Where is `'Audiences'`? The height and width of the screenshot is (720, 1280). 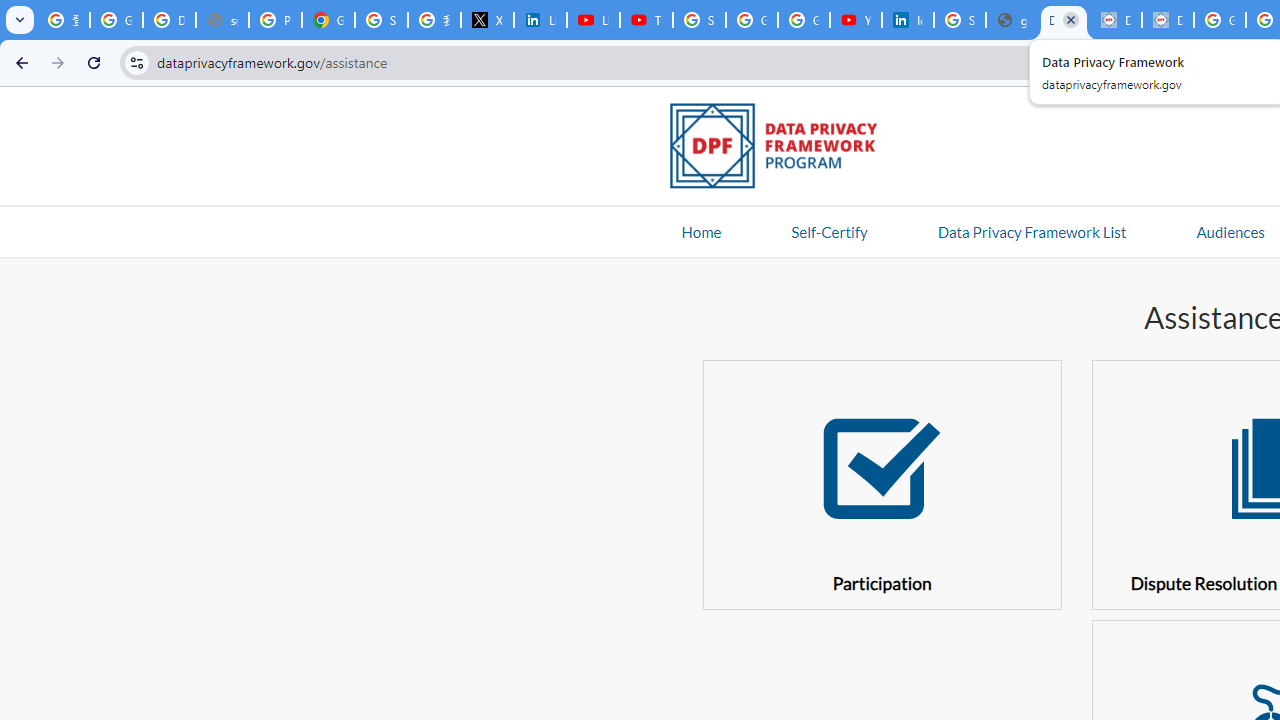 'Audiences' is located at coordinates (1229, 230).